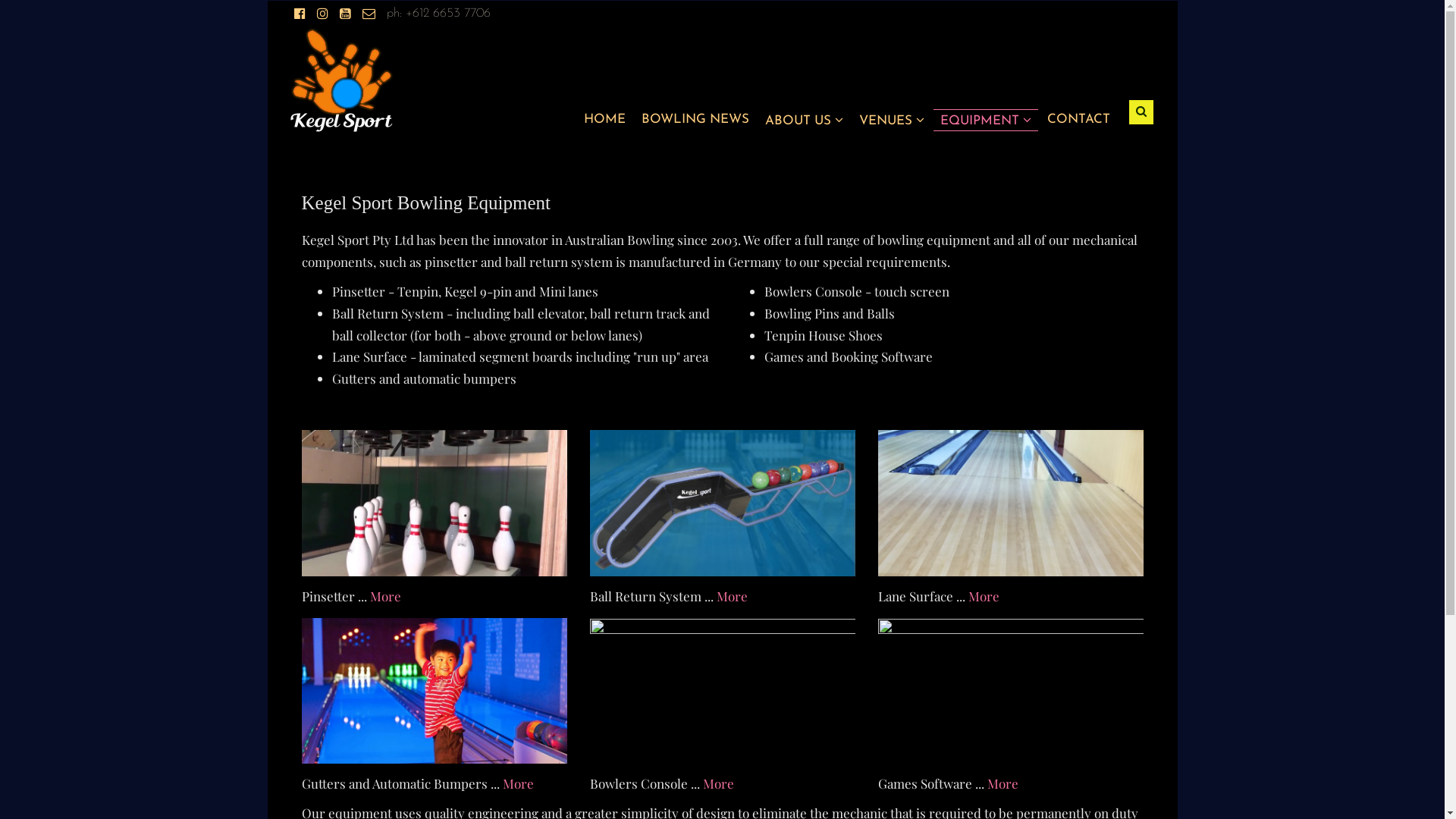 Image resolution: width=1456 pixels, height=819 pixels. What do you see at coordinates (694, 118) in the screenshot?
I see `'BOWLING NEWS'` at bounding box center [694, 118].